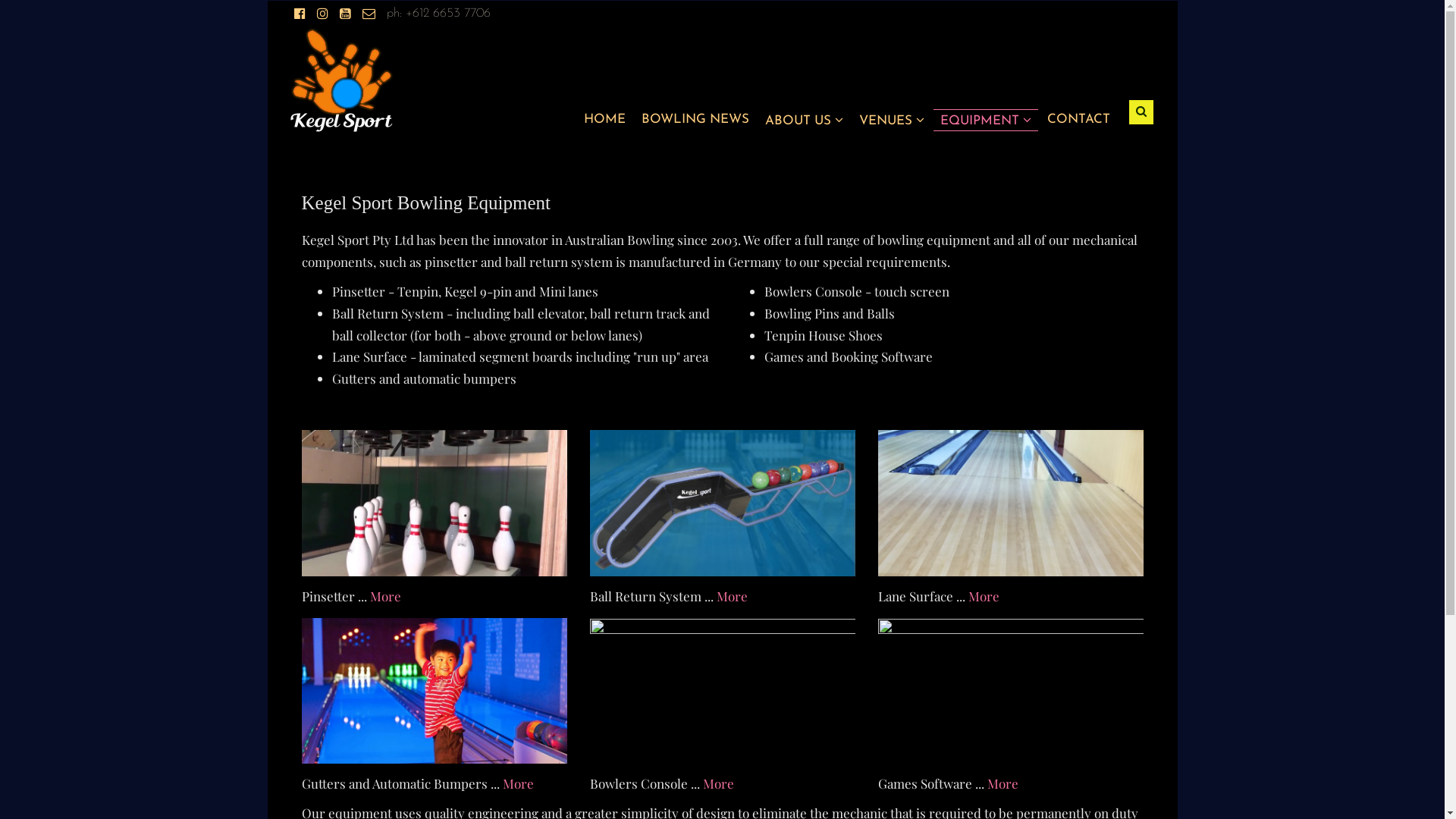 Image resolution: width=1456 pixels, height=819 pixels. What do you see at coordinates (694, 118) in the screenshot?
I see `'BOWLING NEWS'` at bounding box center [694, 118].